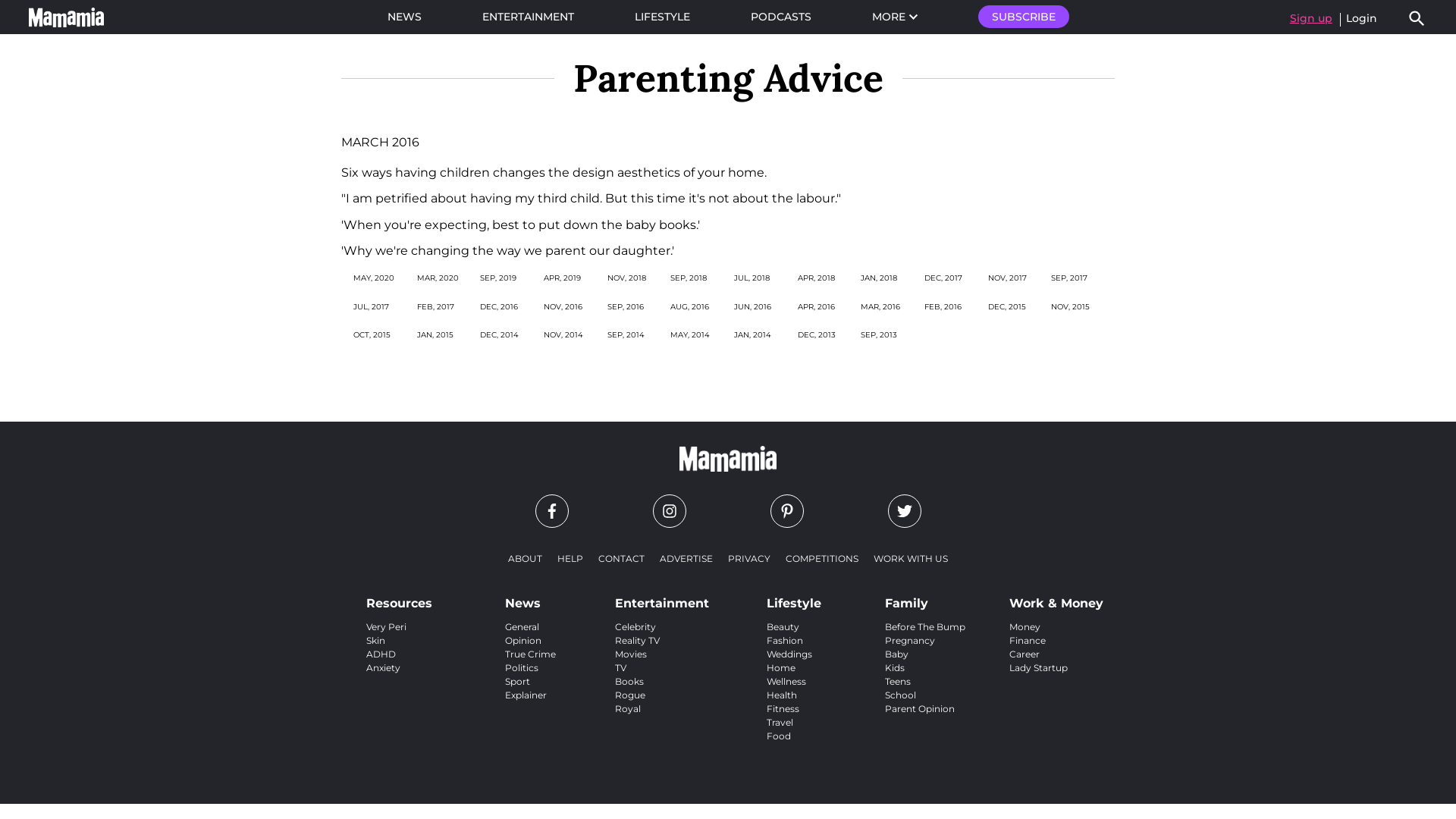 The height and width of the screenshot is (819, 1456). I want to click on 'Pregnancy', so click(910, 640).